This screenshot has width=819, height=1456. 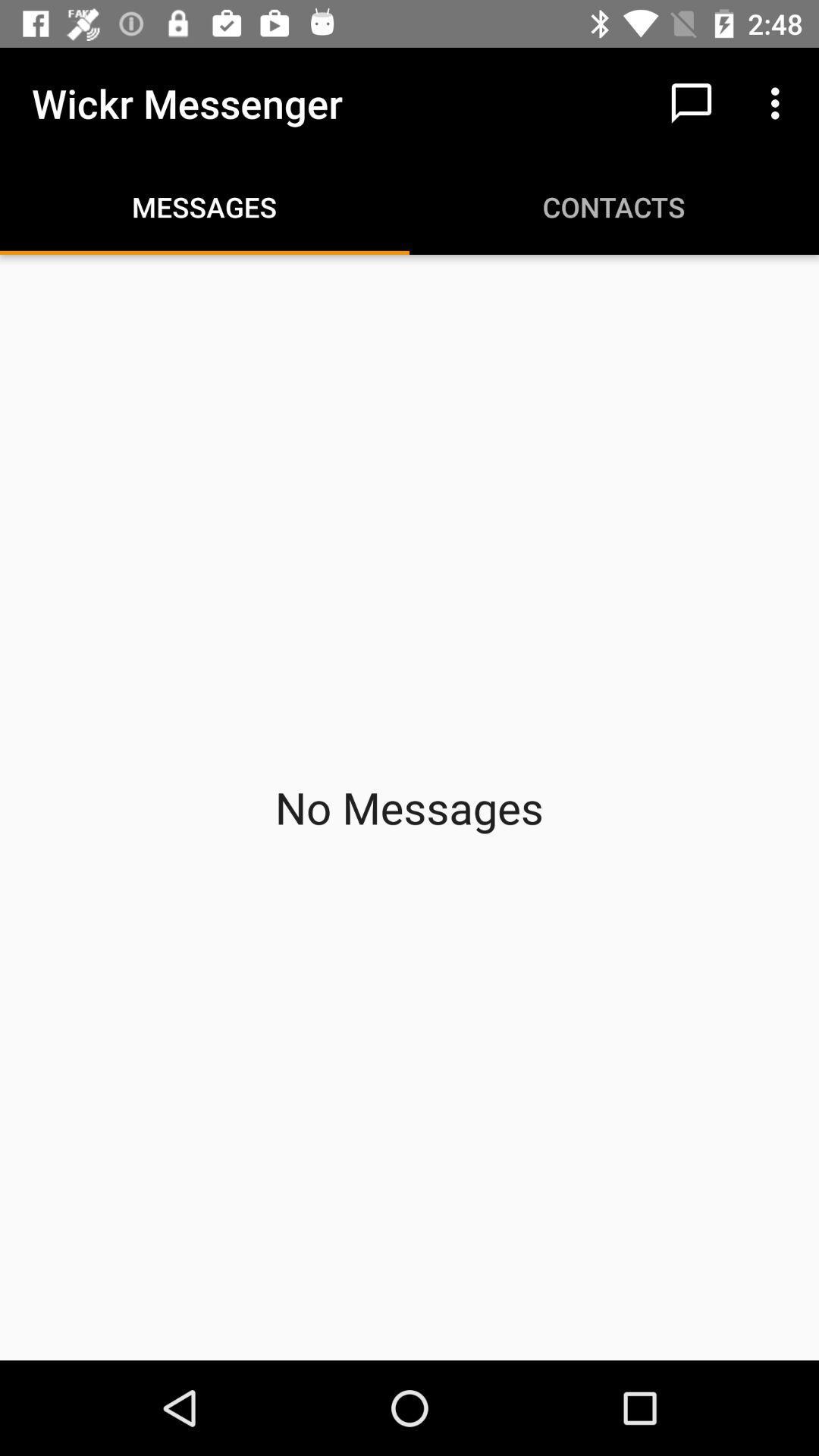 What do you see at coordinates (691, 102) in the screenshot?
I see `the item next to wickr messenger icon` at bounding box center [691, 102].